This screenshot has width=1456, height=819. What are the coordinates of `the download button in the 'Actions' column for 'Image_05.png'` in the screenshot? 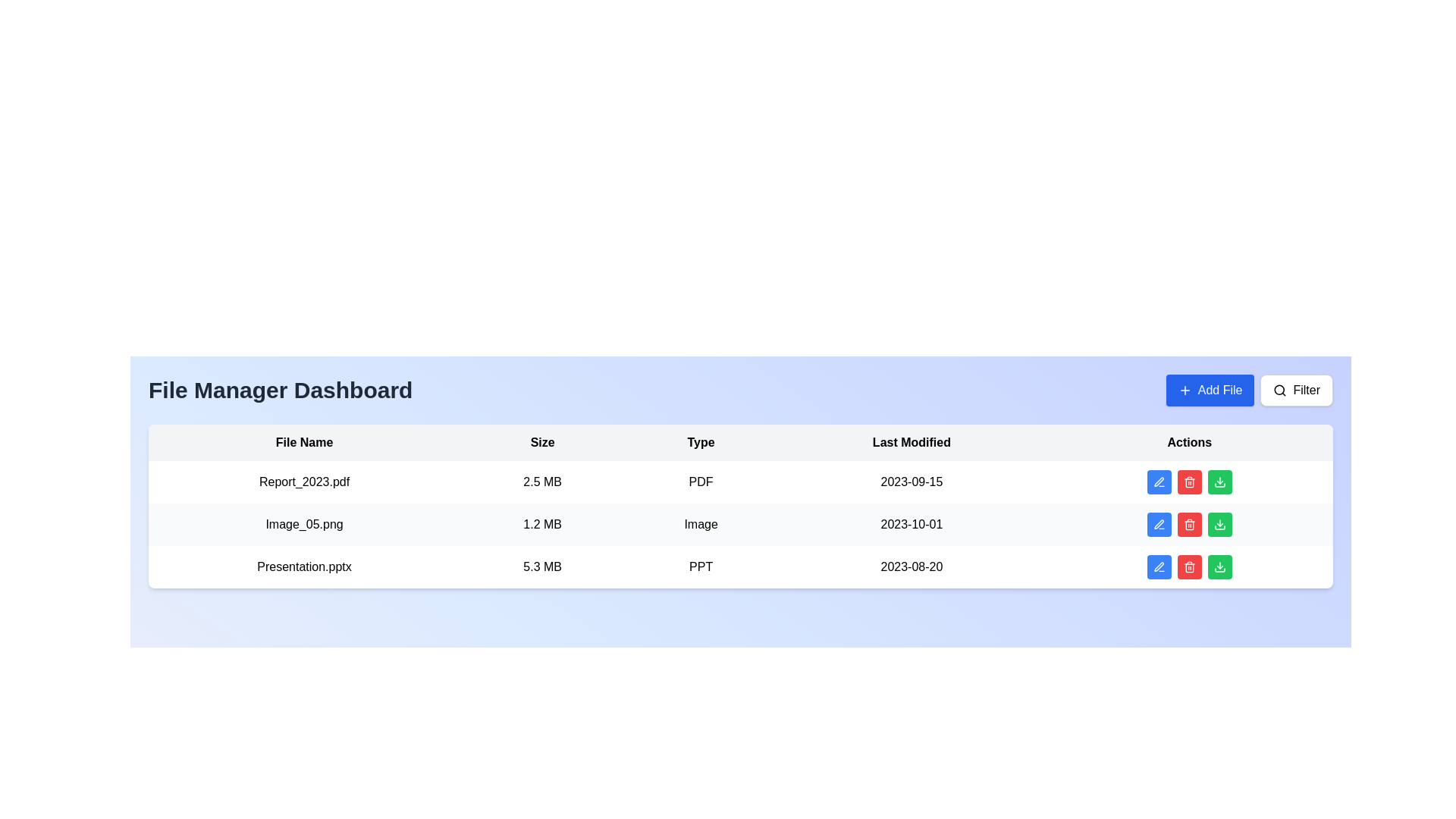 It's located at (1219, 482).